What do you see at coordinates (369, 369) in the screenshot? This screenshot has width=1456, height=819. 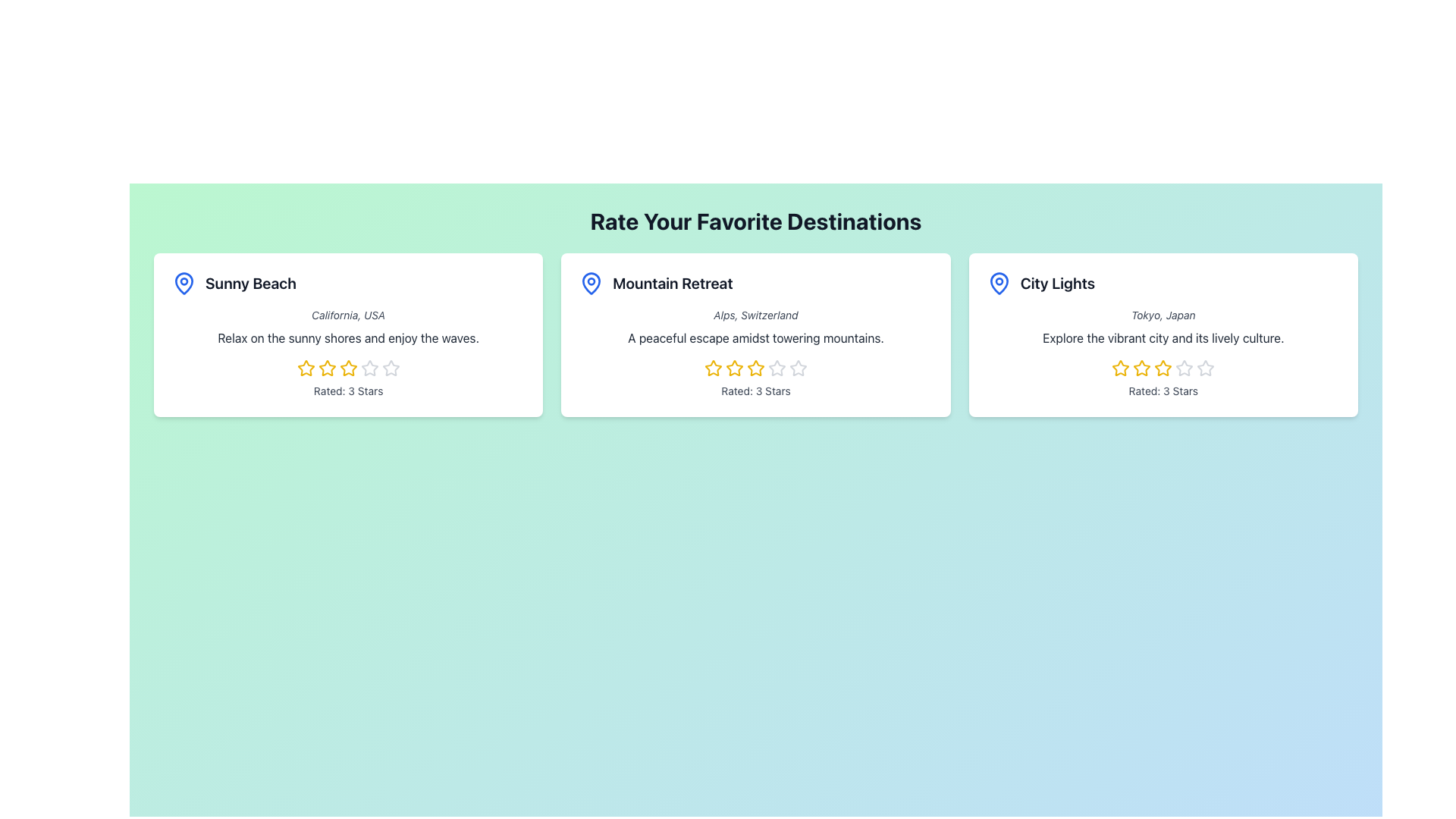 I see `the fifth interactive star in the rating system for 'Sunny Beach', which is located above the text 'Rated: 3 Stars'` at bounding box center [369, 369].